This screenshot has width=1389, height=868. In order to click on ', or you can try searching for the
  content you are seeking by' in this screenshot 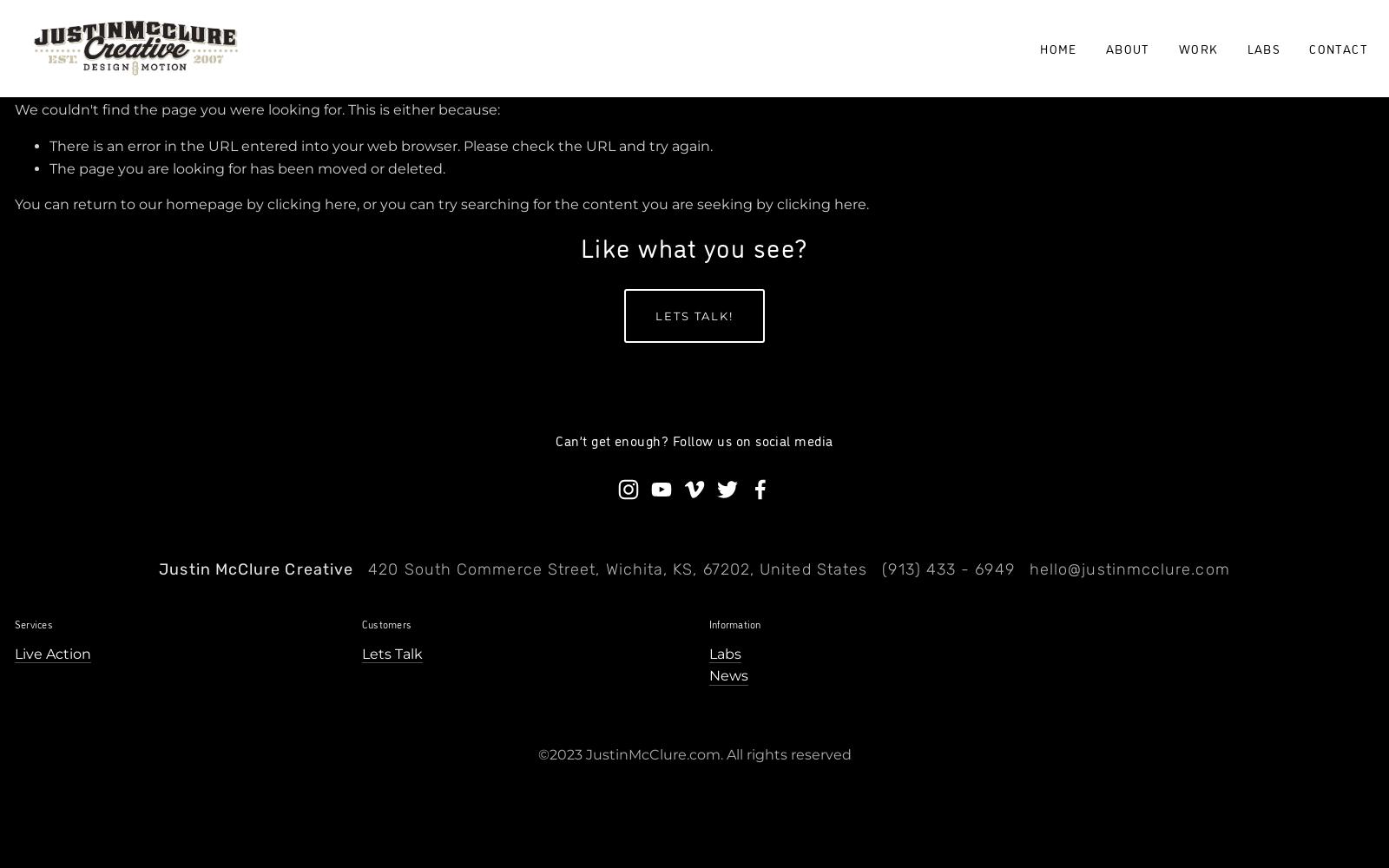, I will do `click(566, 203)`.